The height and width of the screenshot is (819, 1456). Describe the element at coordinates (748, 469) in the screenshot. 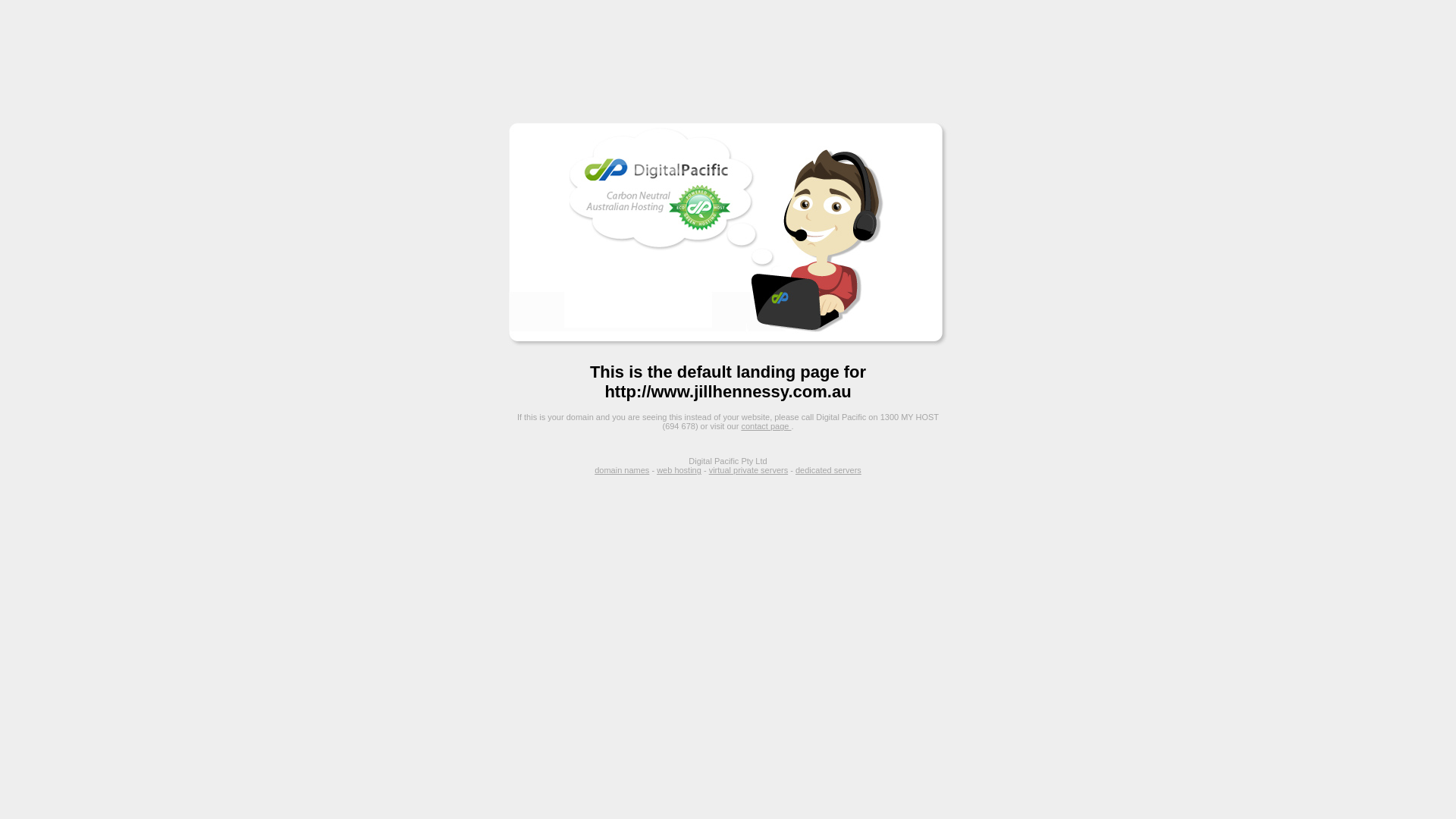

I see `'virtual private servers'` at that location.